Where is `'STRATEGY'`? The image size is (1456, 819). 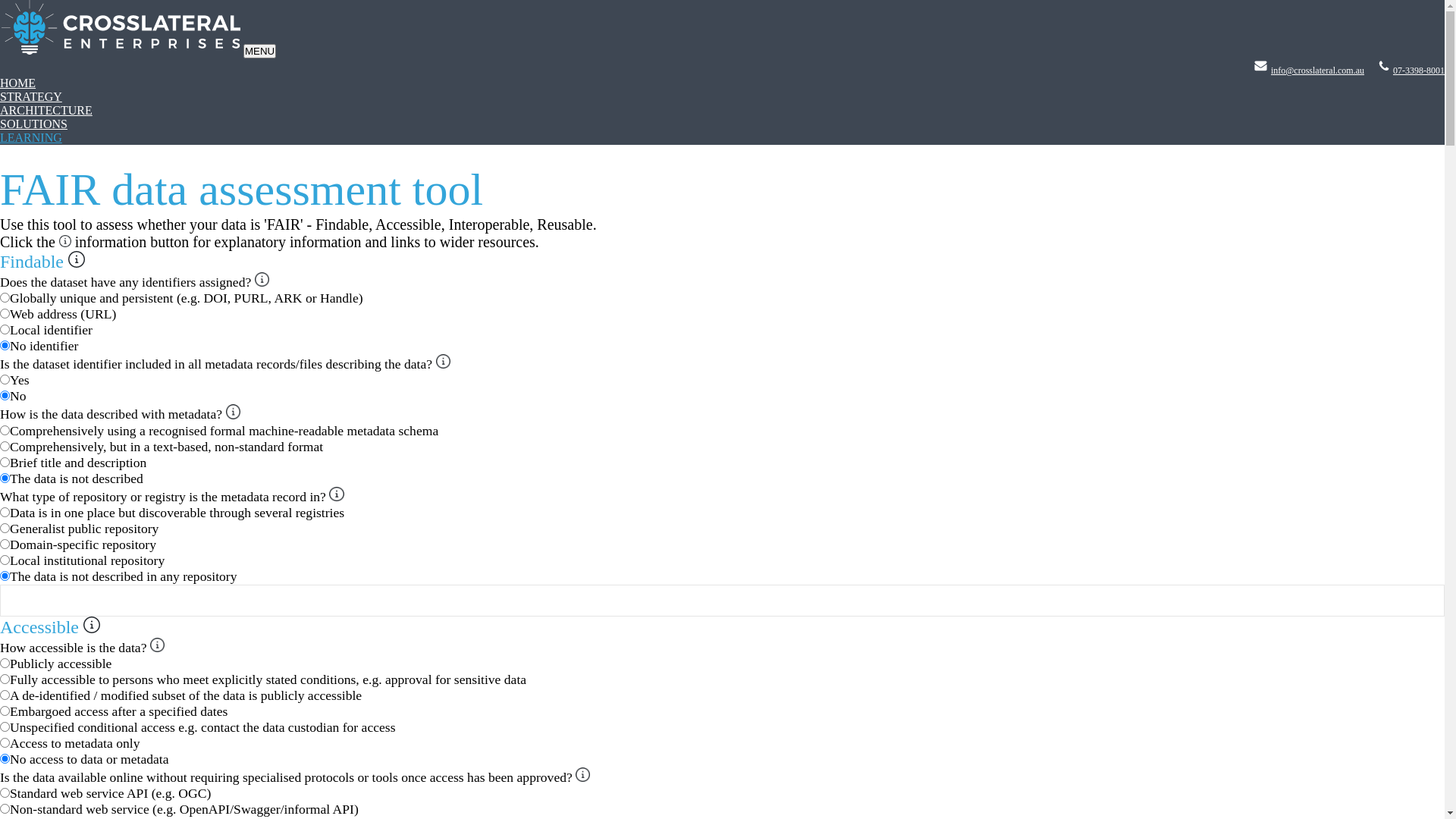
'STRATEGY' is located at coordinates (0, 96).